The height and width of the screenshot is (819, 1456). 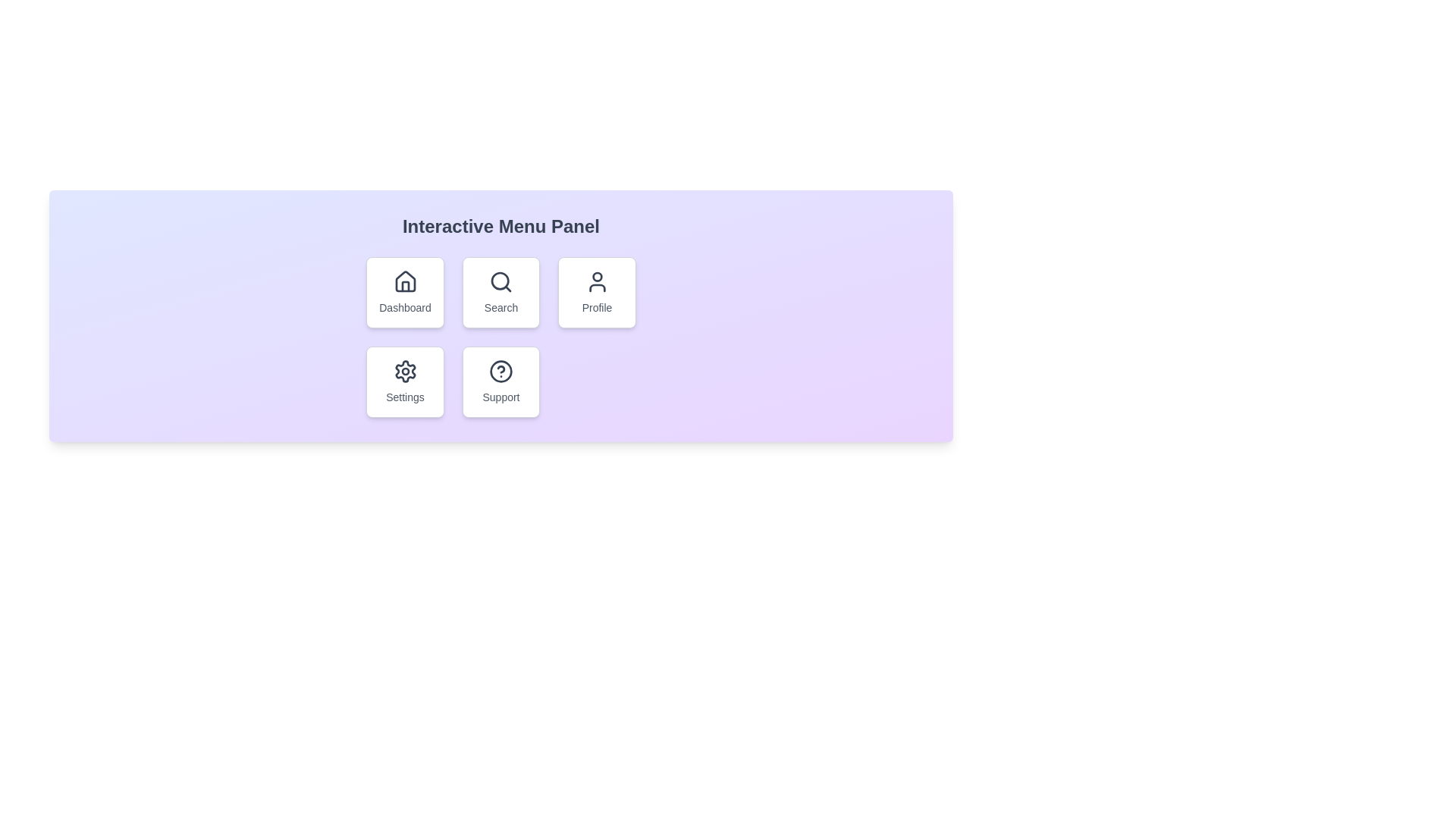 What do you see at coordinates (501, 371) in the screenshot?
I see `the help icon located in the 'Support' section below the 'Interactive Menu Panel'` at bounding box center [501, 371].